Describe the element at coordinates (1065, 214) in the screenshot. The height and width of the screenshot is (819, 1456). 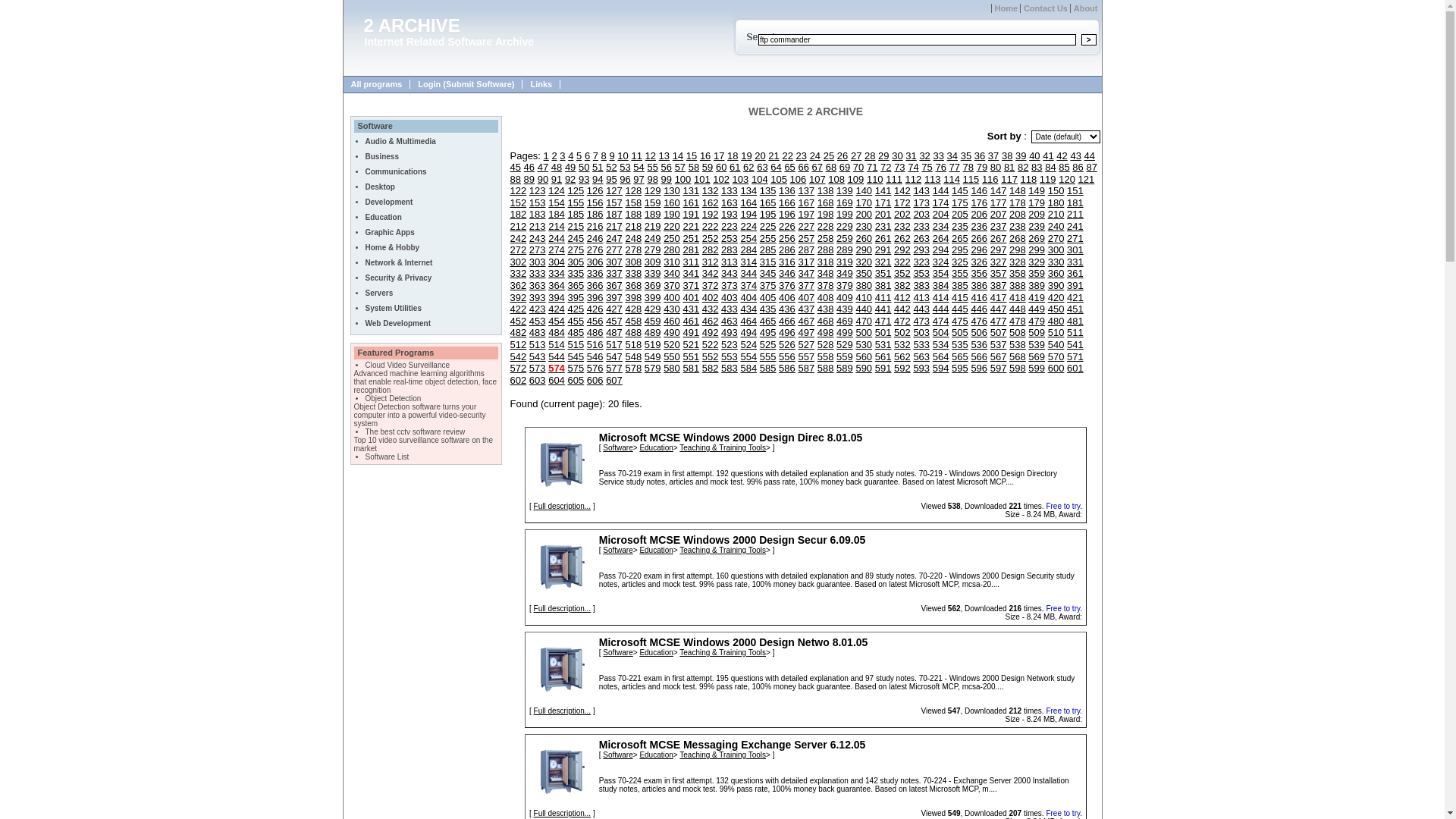
I see `'211'` at that location.